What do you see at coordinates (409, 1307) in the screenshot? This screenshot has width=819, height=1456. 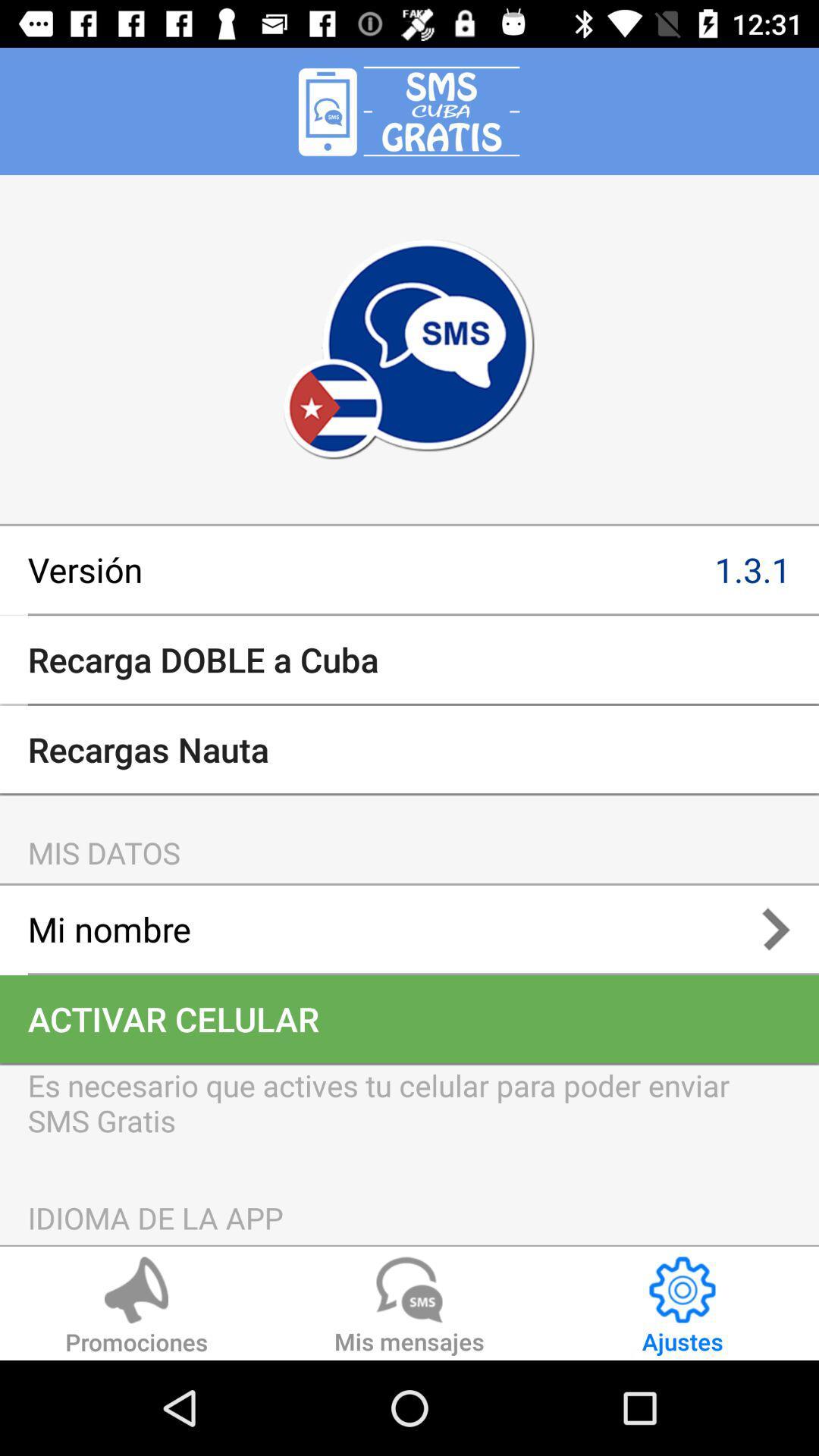 I see `the icon below idioma de la app` at bounding box center [409, 1307].